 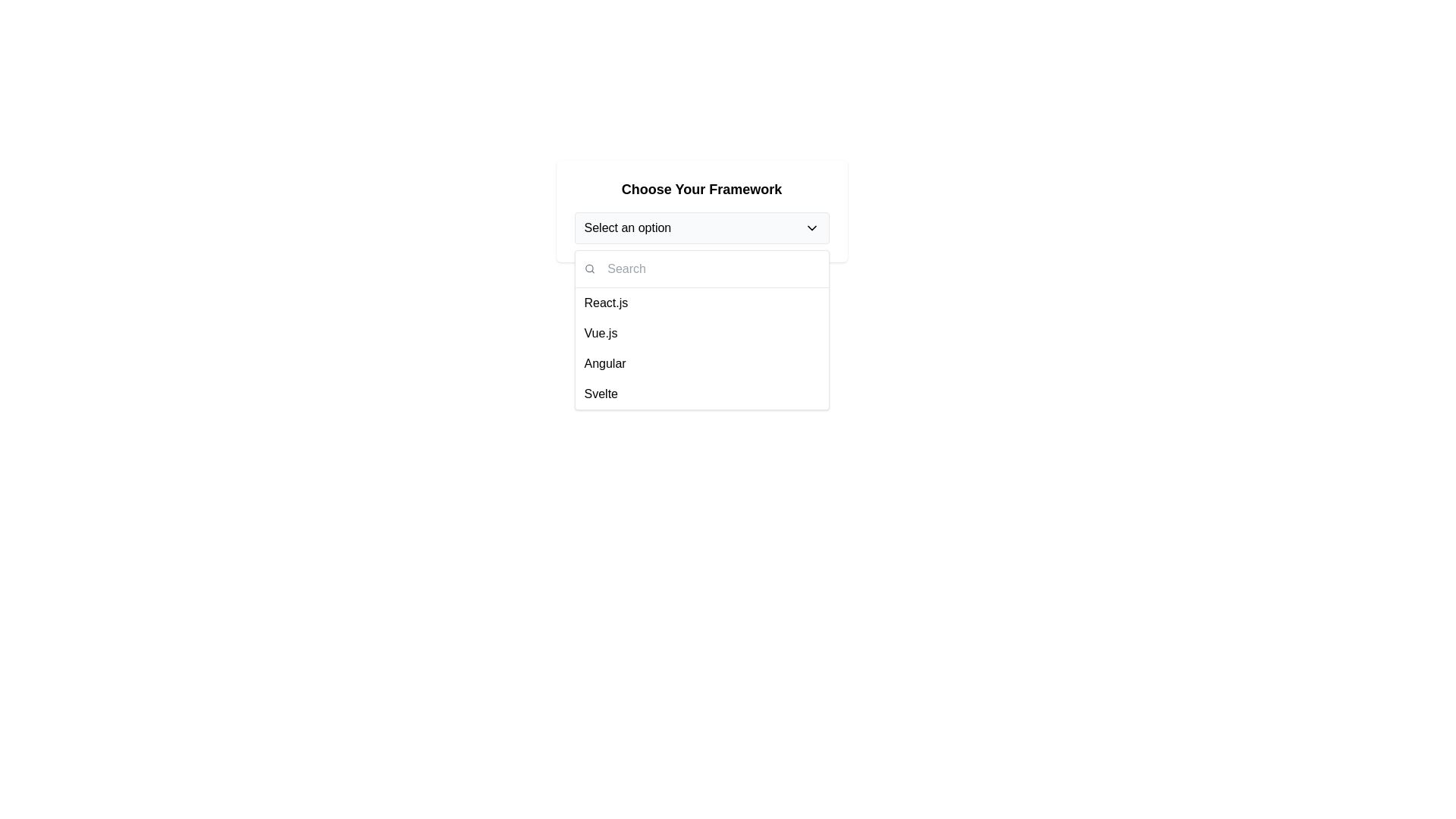 I want to click on the search icon located at the left end of the search input field, which serves as a visual indicator for the text field, so click(x=588, y=268).